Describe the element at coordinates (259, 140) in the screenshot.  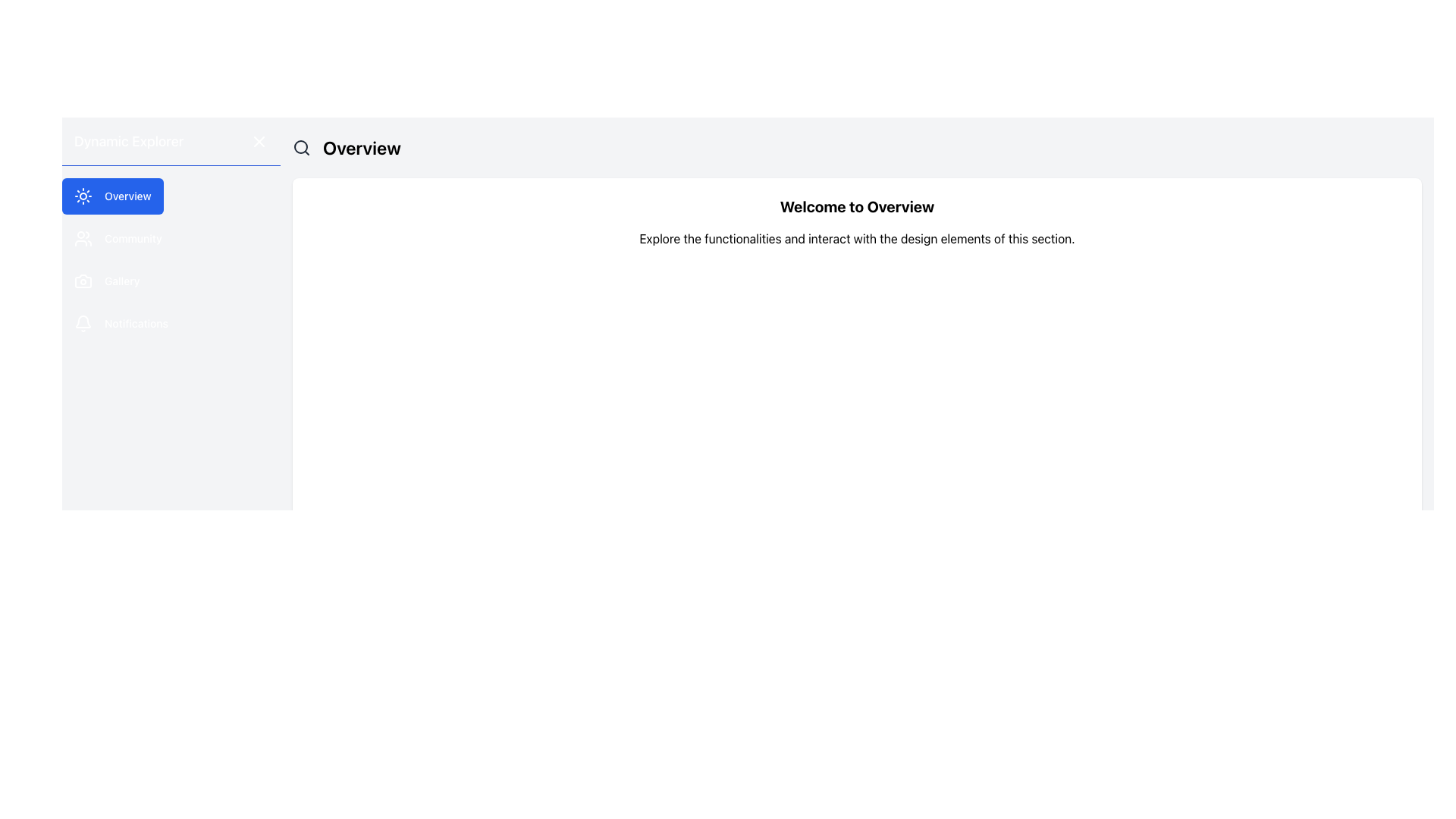
I see `the toggle button located at the top bar, right side of 'Dynamic Explorer'` at that location.